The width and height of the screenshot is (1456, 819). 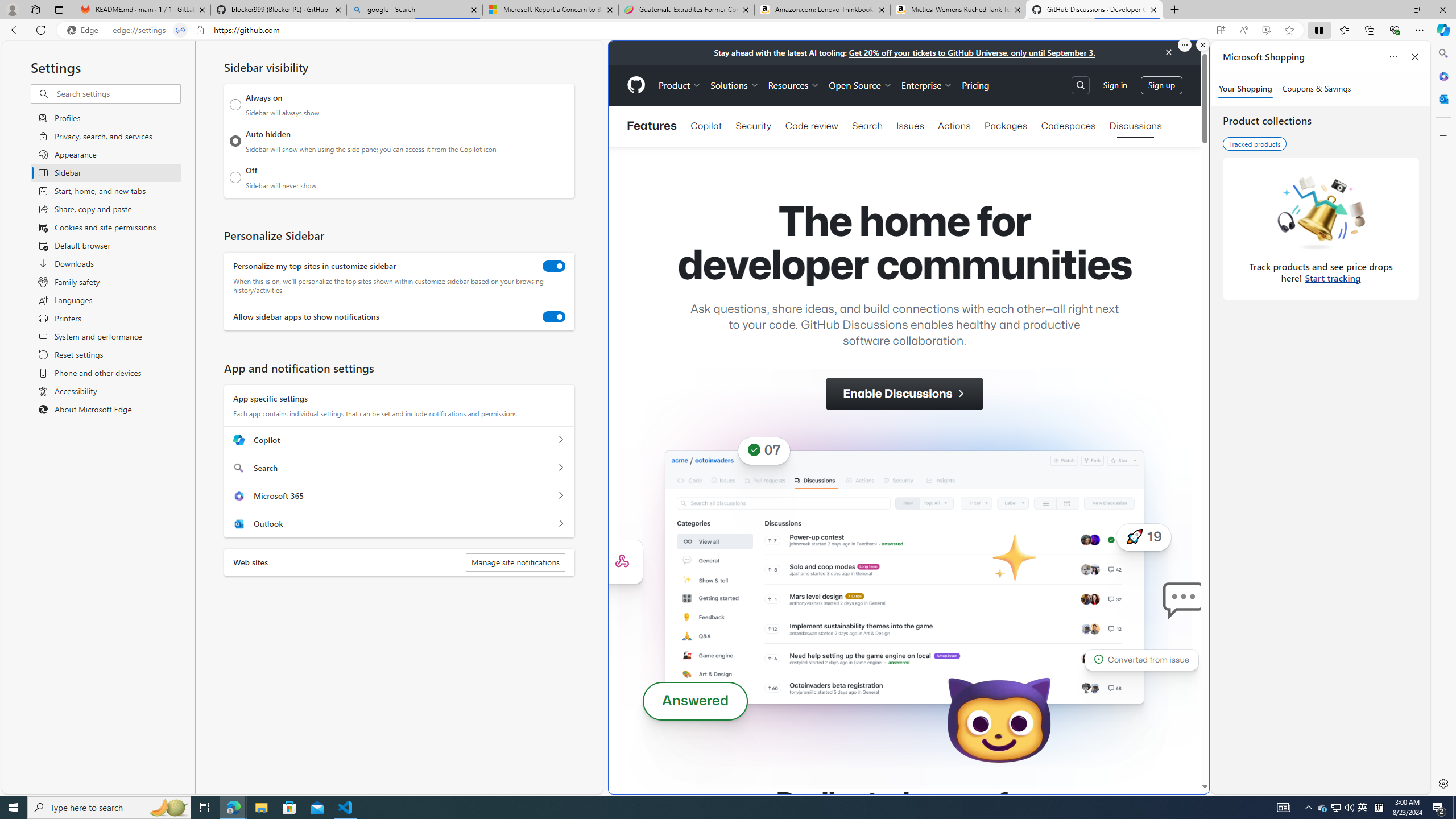 What do you see at coordinates (1184, 44) in the screenshot?
I see `'More options.'` at bounding box center [1184, 44].